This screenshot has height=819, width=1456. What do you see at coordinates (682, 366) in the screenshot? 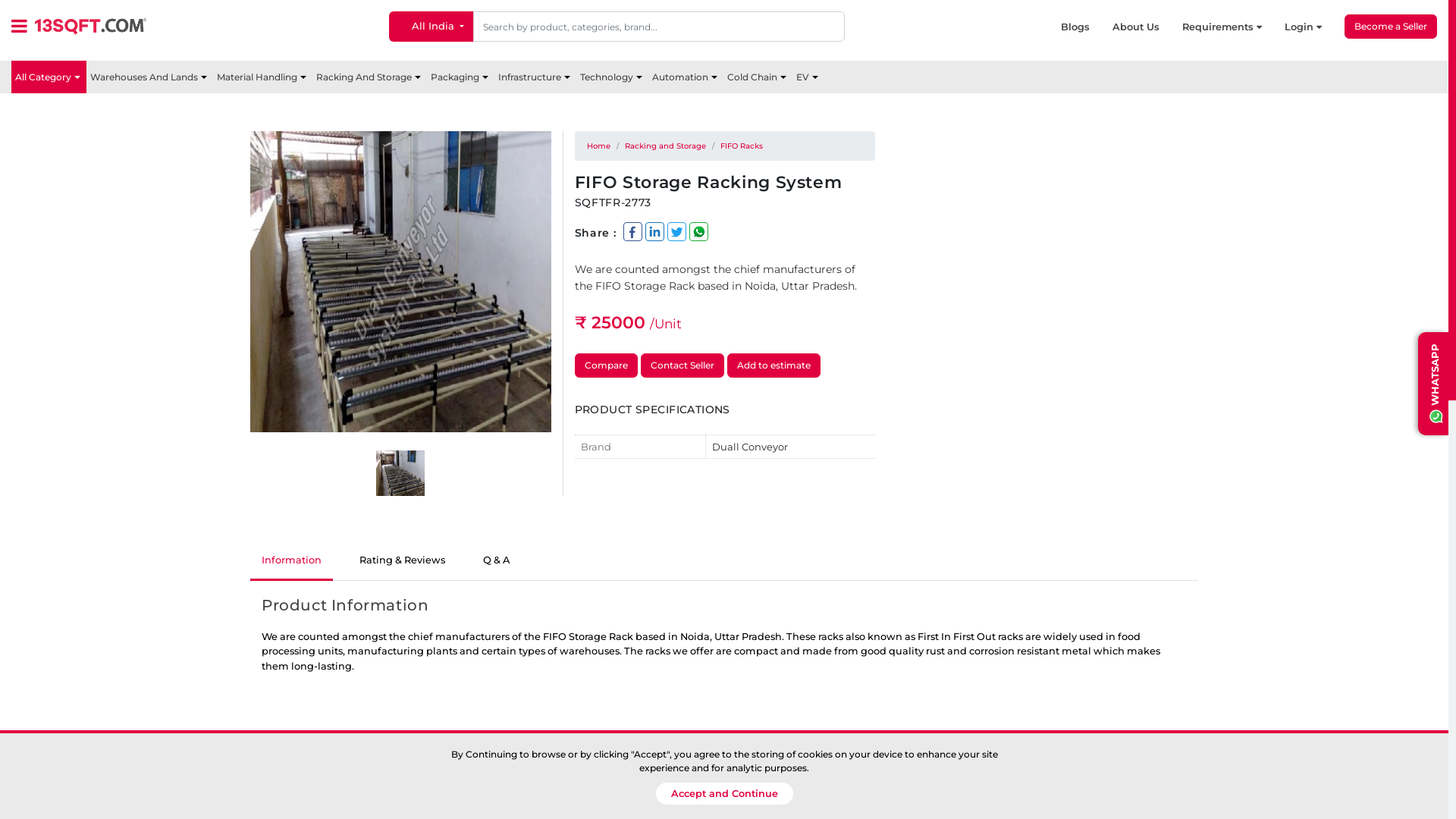
I see `'Contact Seller'` at bounding box center [682, 366].